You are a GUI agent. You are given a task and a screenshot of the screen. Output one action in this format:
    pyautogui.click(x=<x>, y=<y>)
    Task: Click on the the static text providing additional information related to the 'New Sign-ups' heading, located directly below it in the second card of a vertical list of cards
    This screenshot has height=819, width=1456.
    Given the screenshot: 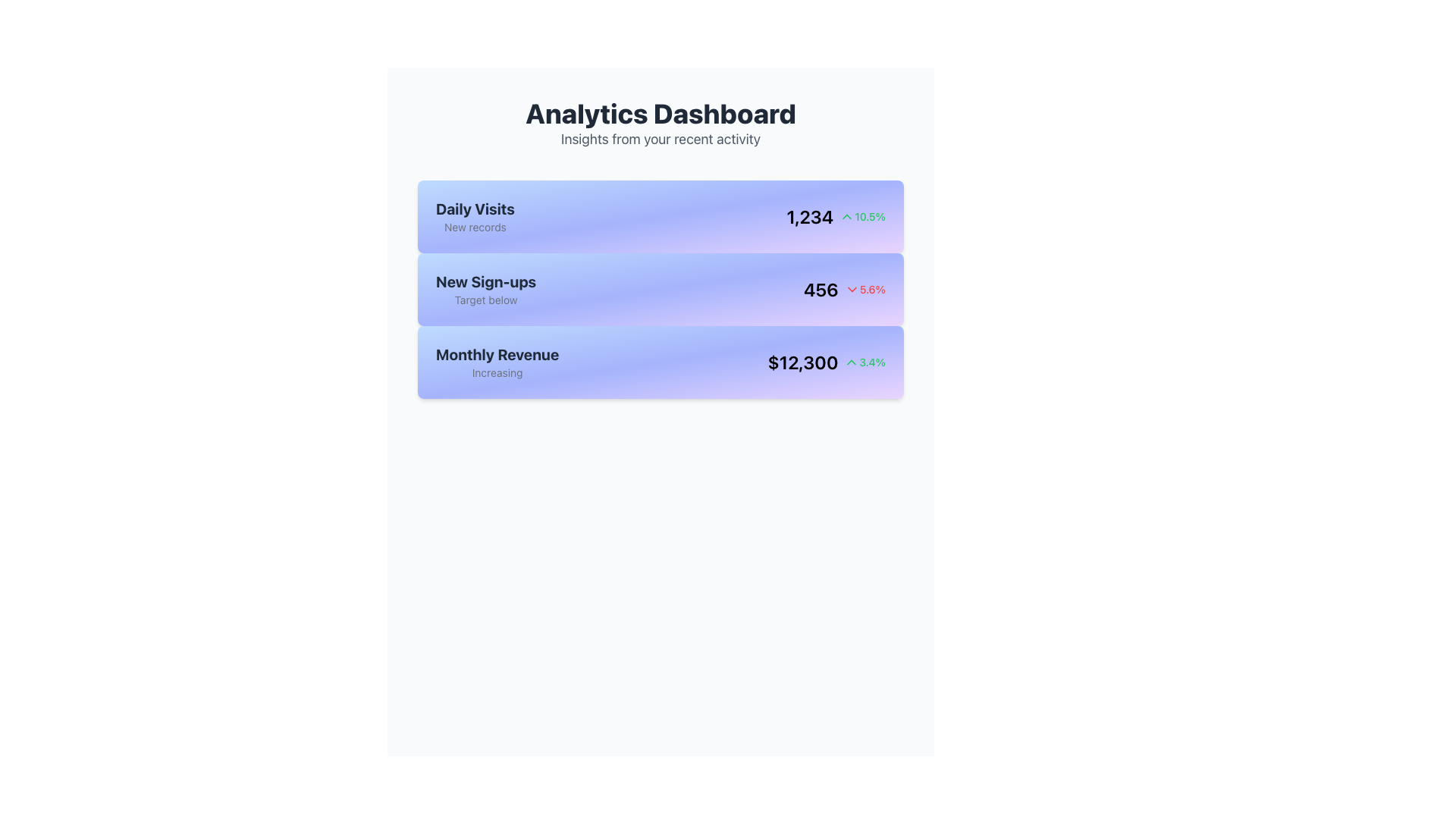 What is the action you would take?
    pyautogui.click(x=486, y=300)
    